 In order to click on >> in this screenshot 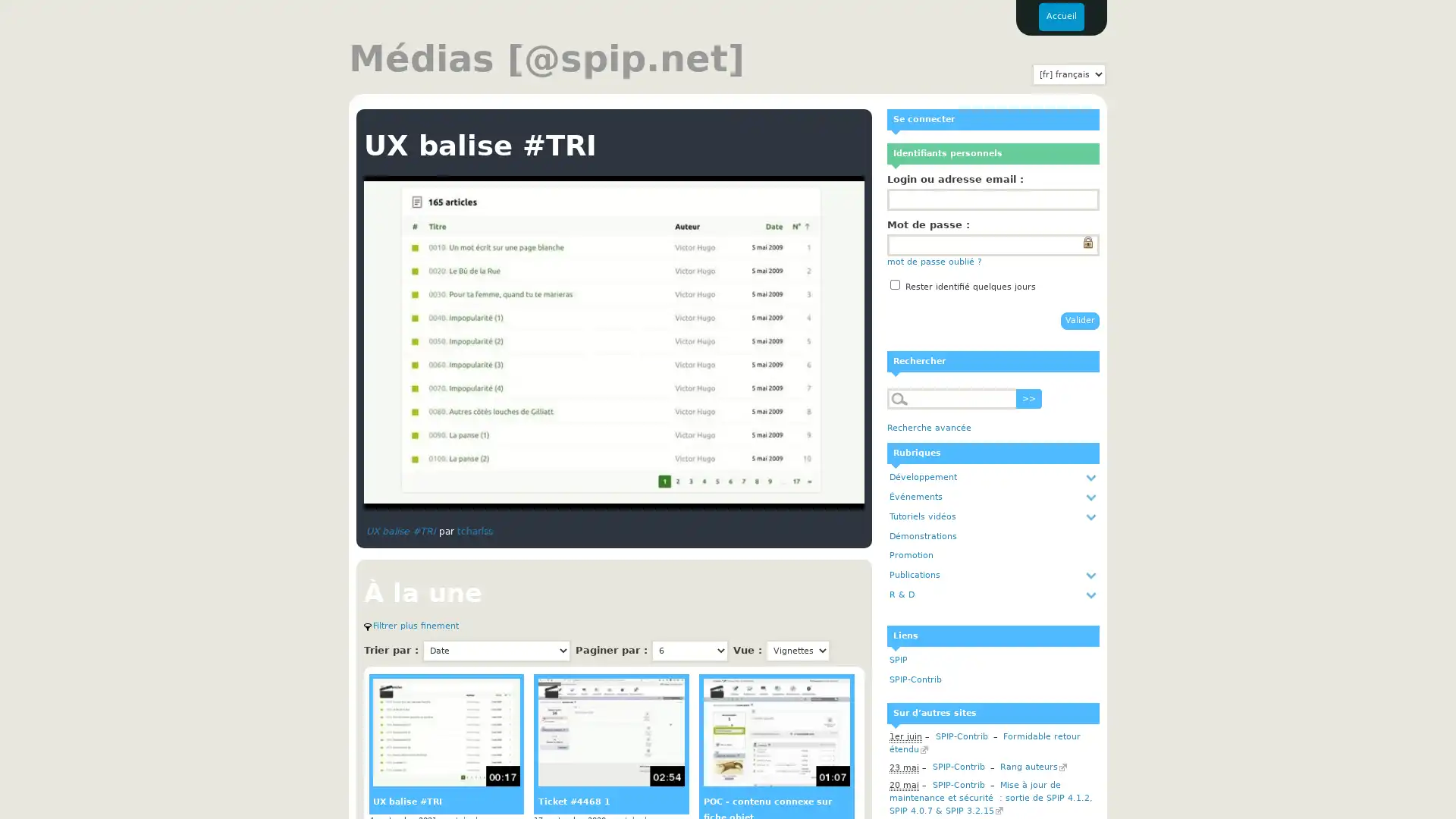, I will do `click(1029, 397)`.